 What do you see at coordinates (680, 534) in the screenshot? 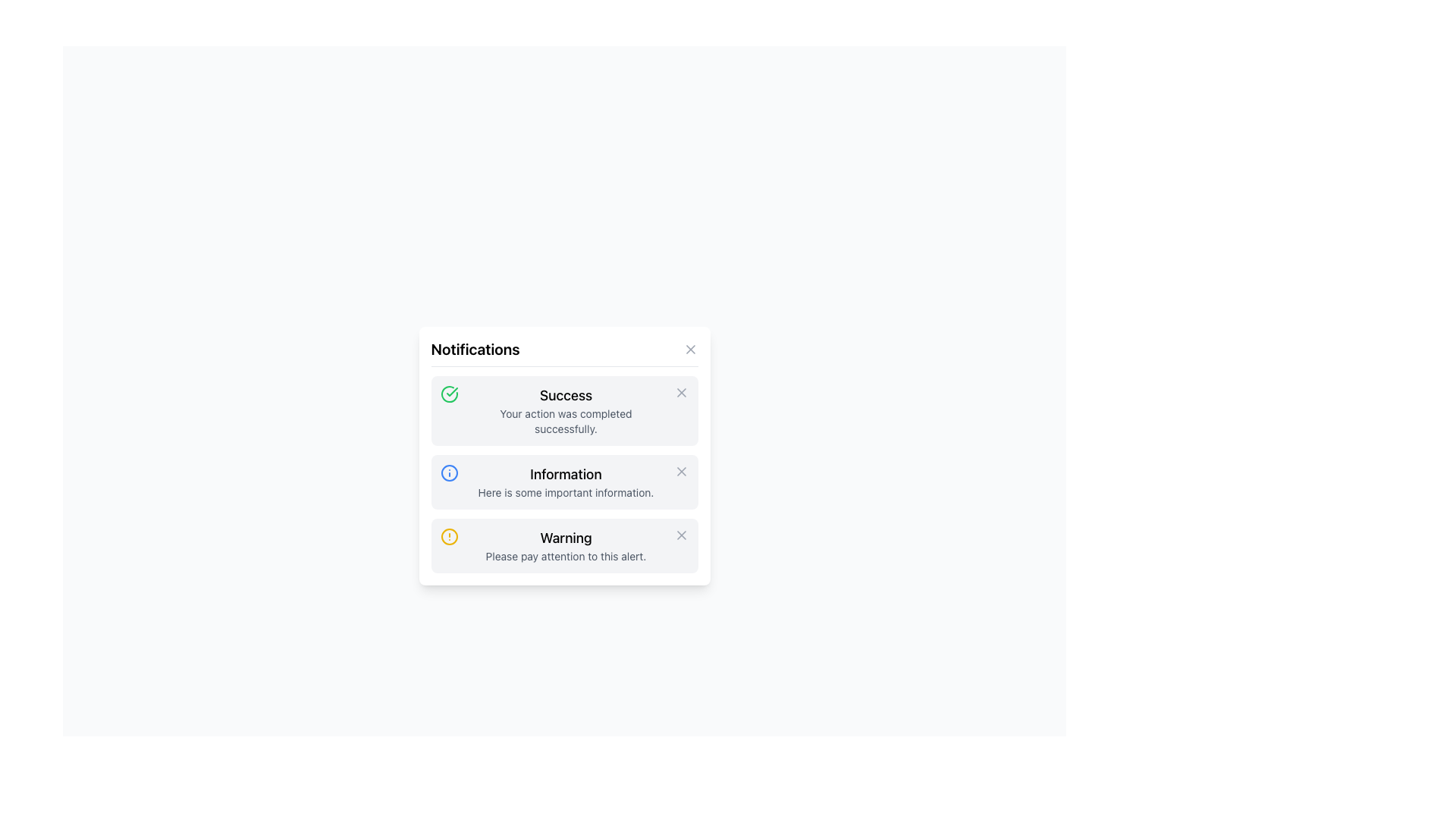
I see `the Close icon button located in the top-right corner of the 'Warning' notification box` at bounding box center [680, 534].